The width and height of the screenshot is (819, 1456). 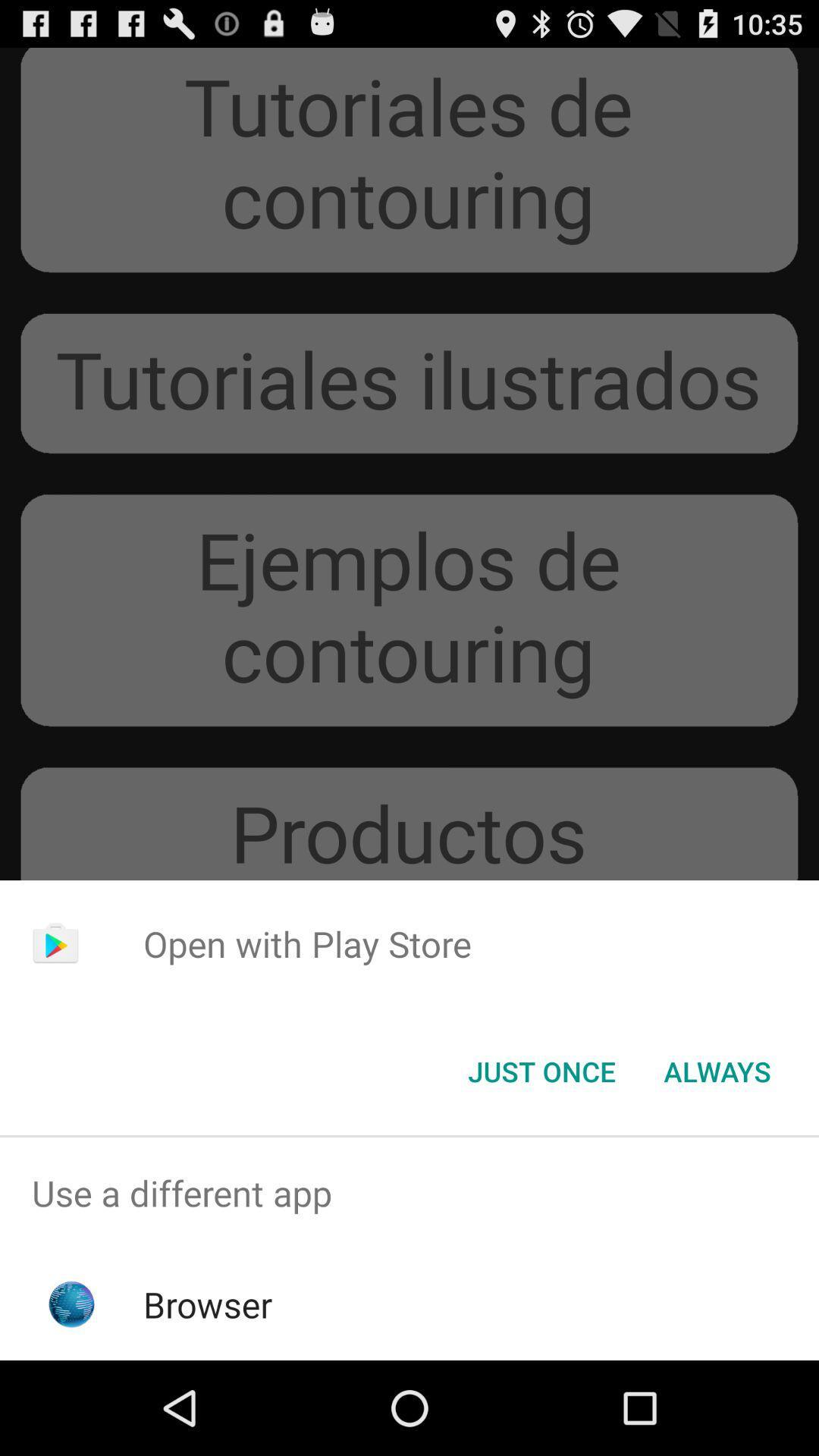 I want to click on icon below the open with play app, so click(x=717, y=1070).